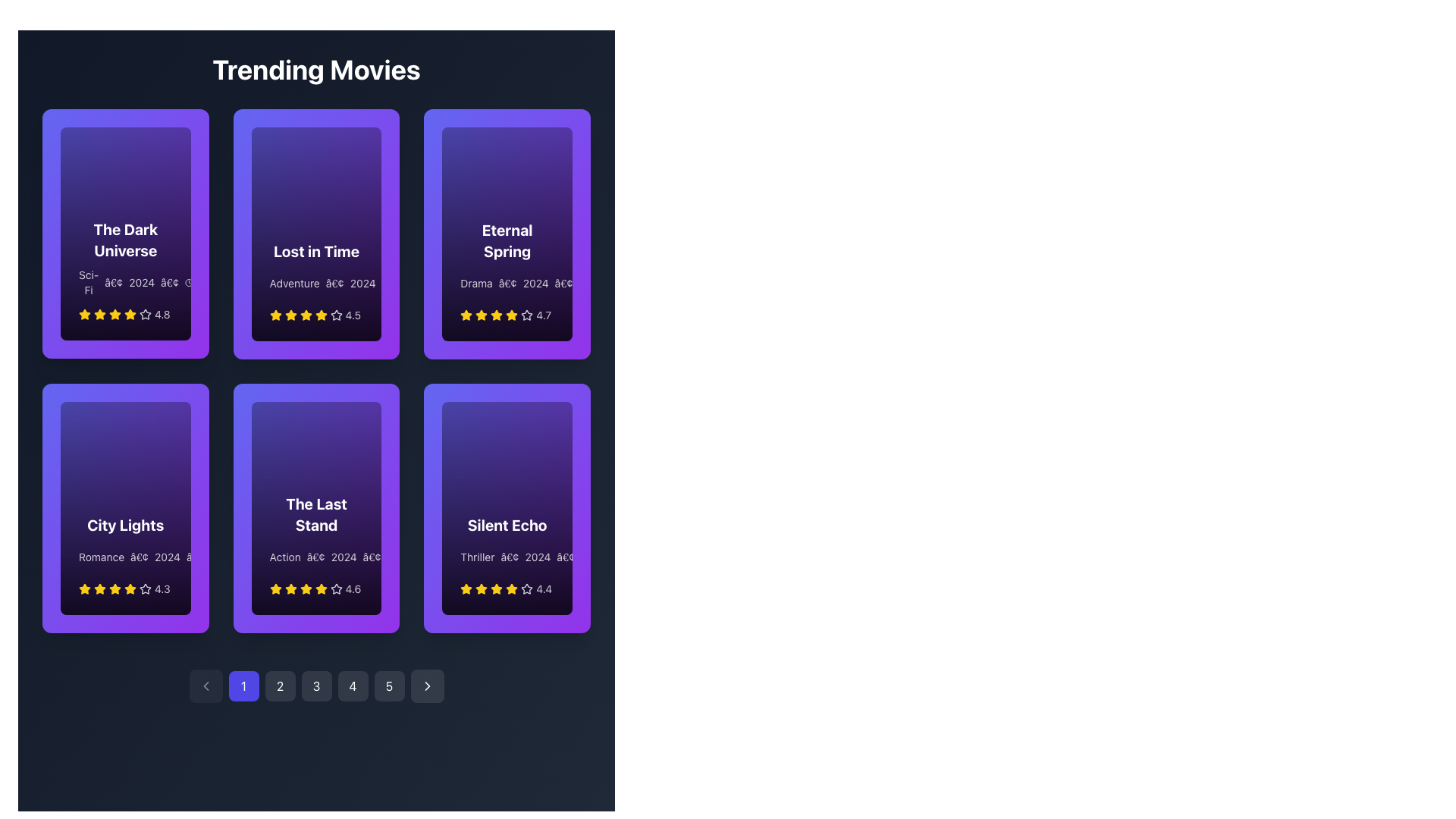 The height and width of the screenshot is (819, 1456). What do you see at coordinates (564, 415) in the screenshot?
I see `the play icon located in the top-right corner of the 'Silent Echo' card` at bounding box center [564, 415].